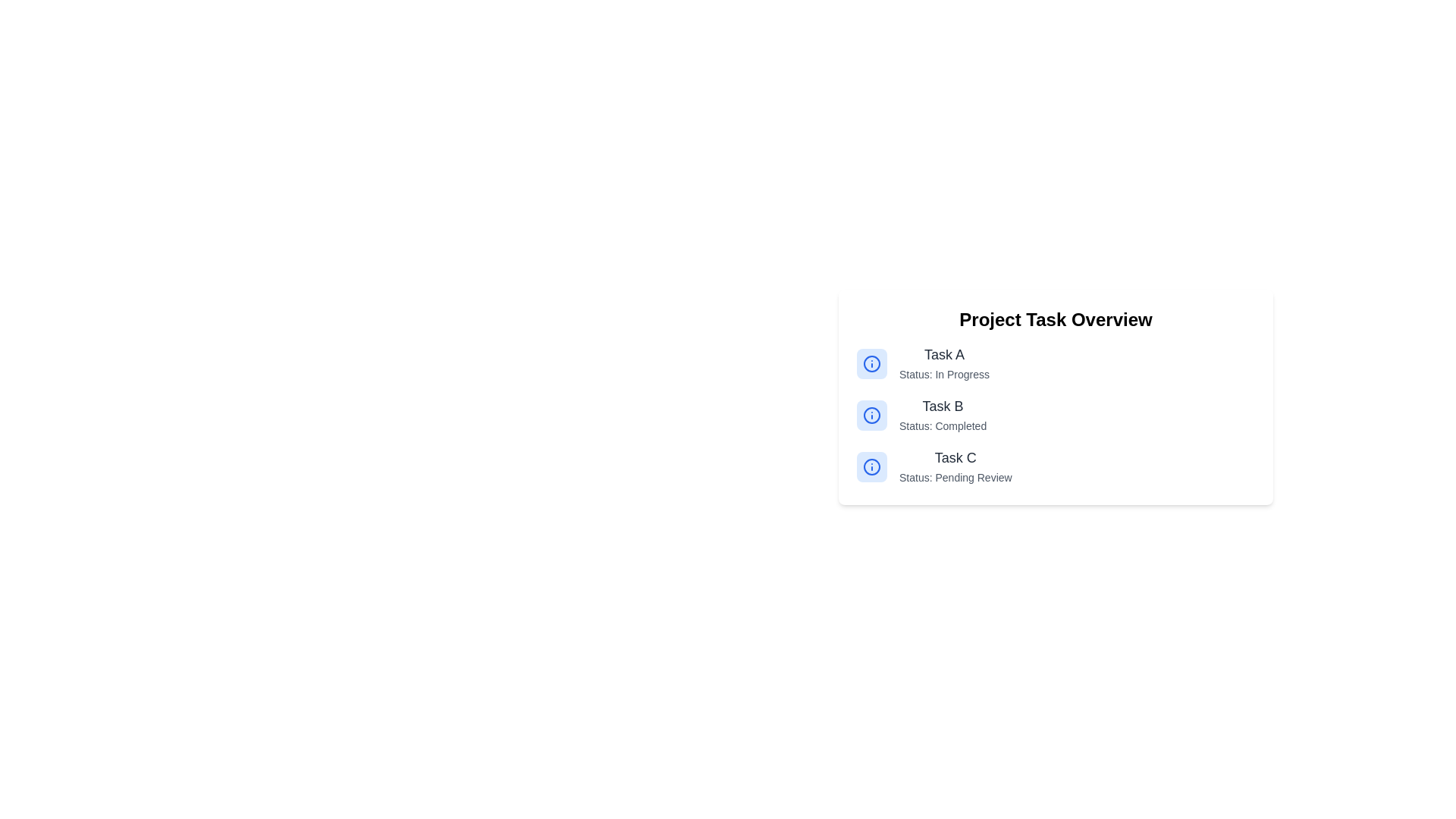  What do you see at coordinates (872, 466) in the screenshot?
I see `the circular blue information icon with a bold blue border, located to the left of the text 'Task C\nStatus: Pending Review'` at bounding box center [872, 466].